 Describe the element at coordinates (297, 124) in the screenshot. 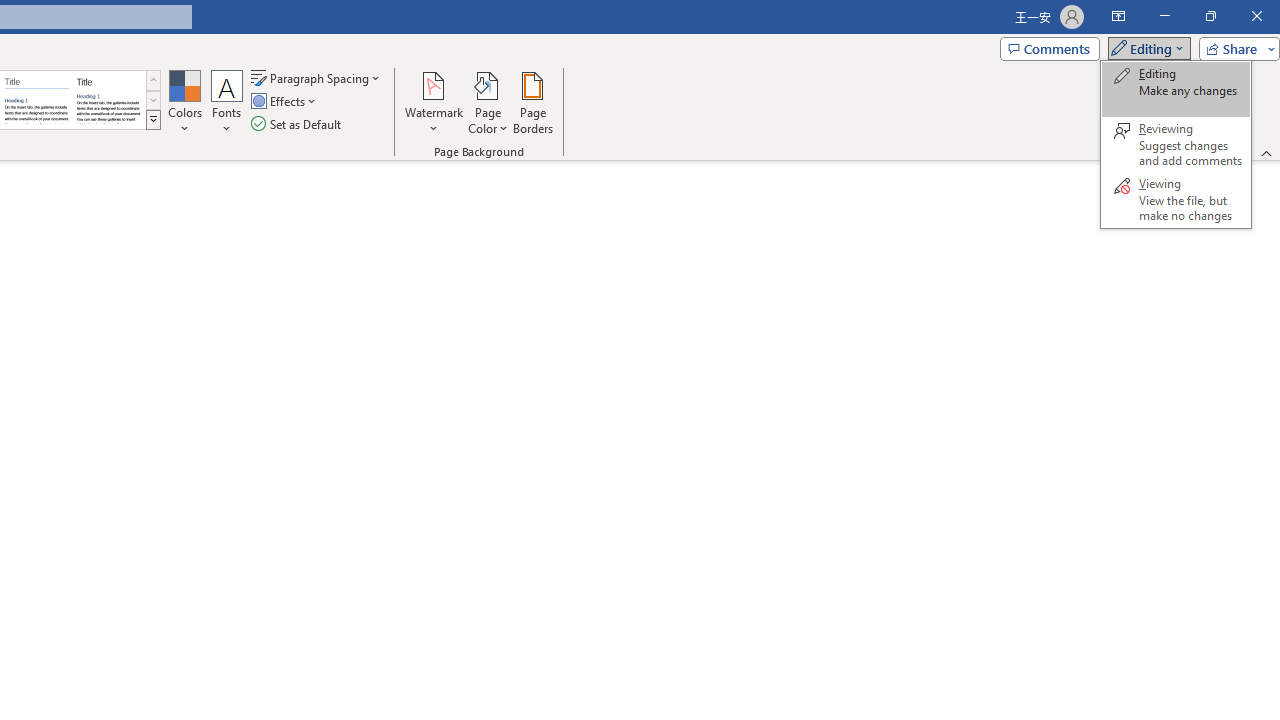

I see `'Set as Default'` at that location.